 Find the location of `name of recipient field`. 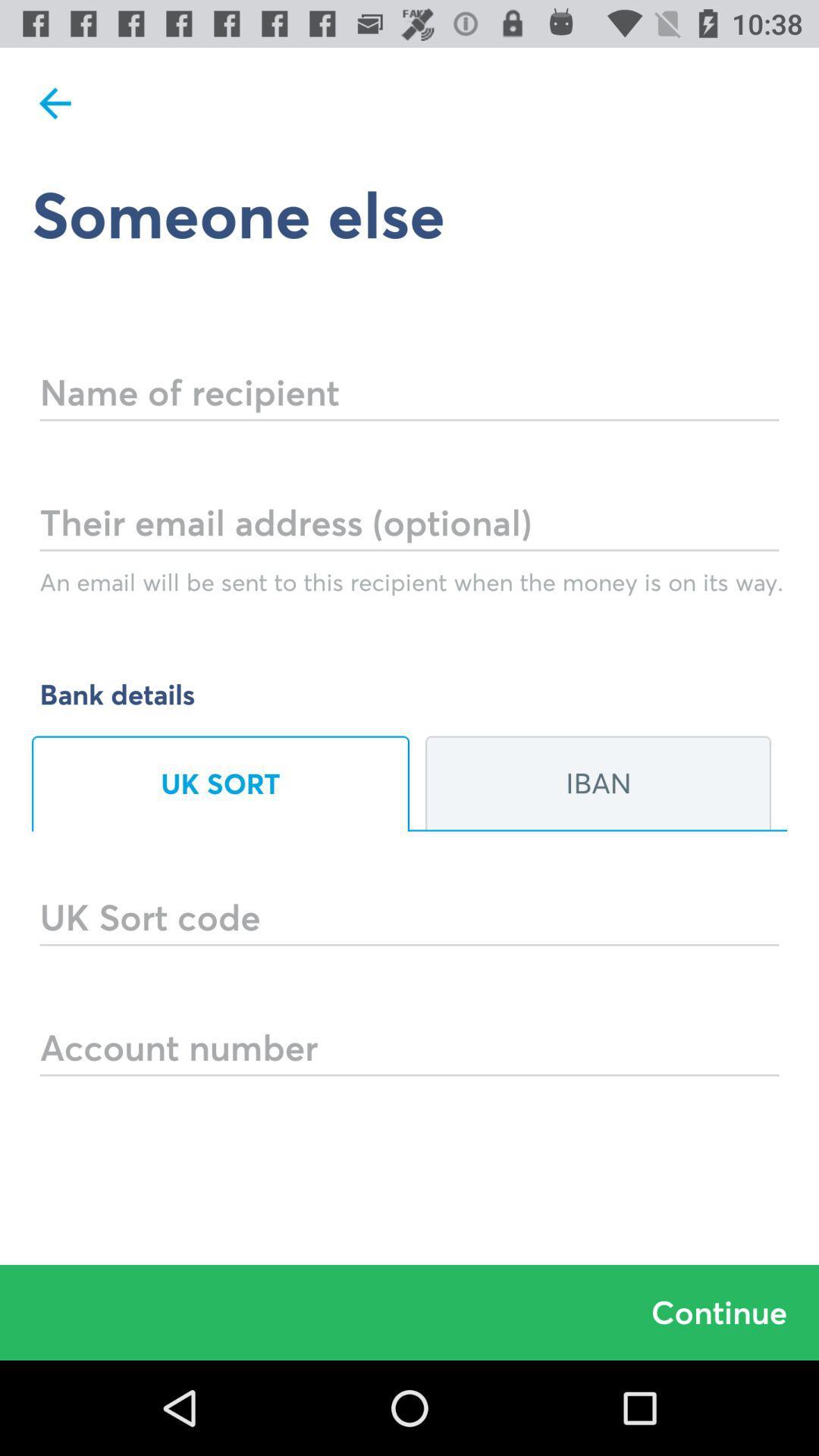

name of recipient field is located at coordinates (409, 371).